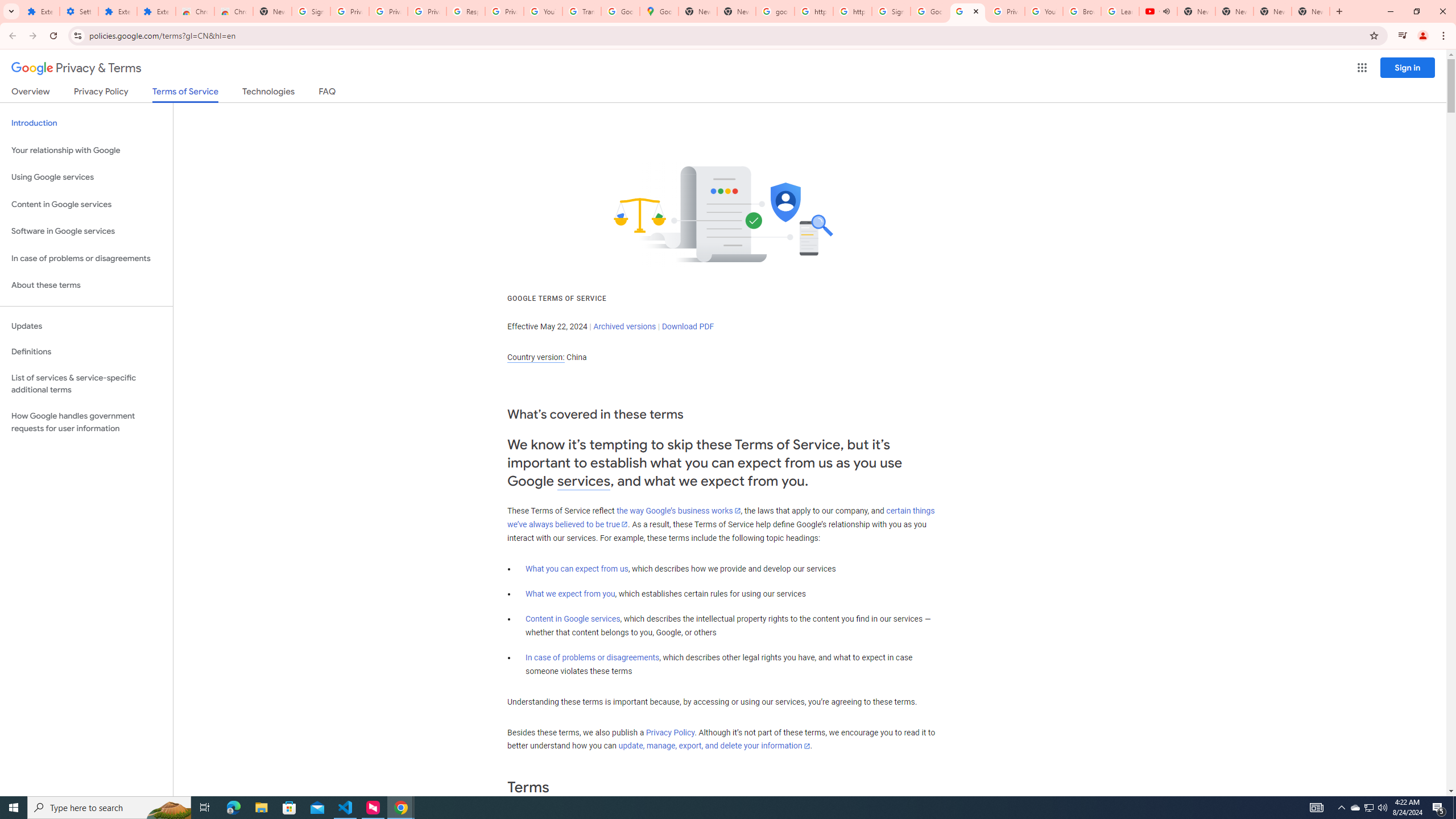 Image resolution: width=1456 pixels, height=819 pixels. I want to click on 'services', so click(584, 481).